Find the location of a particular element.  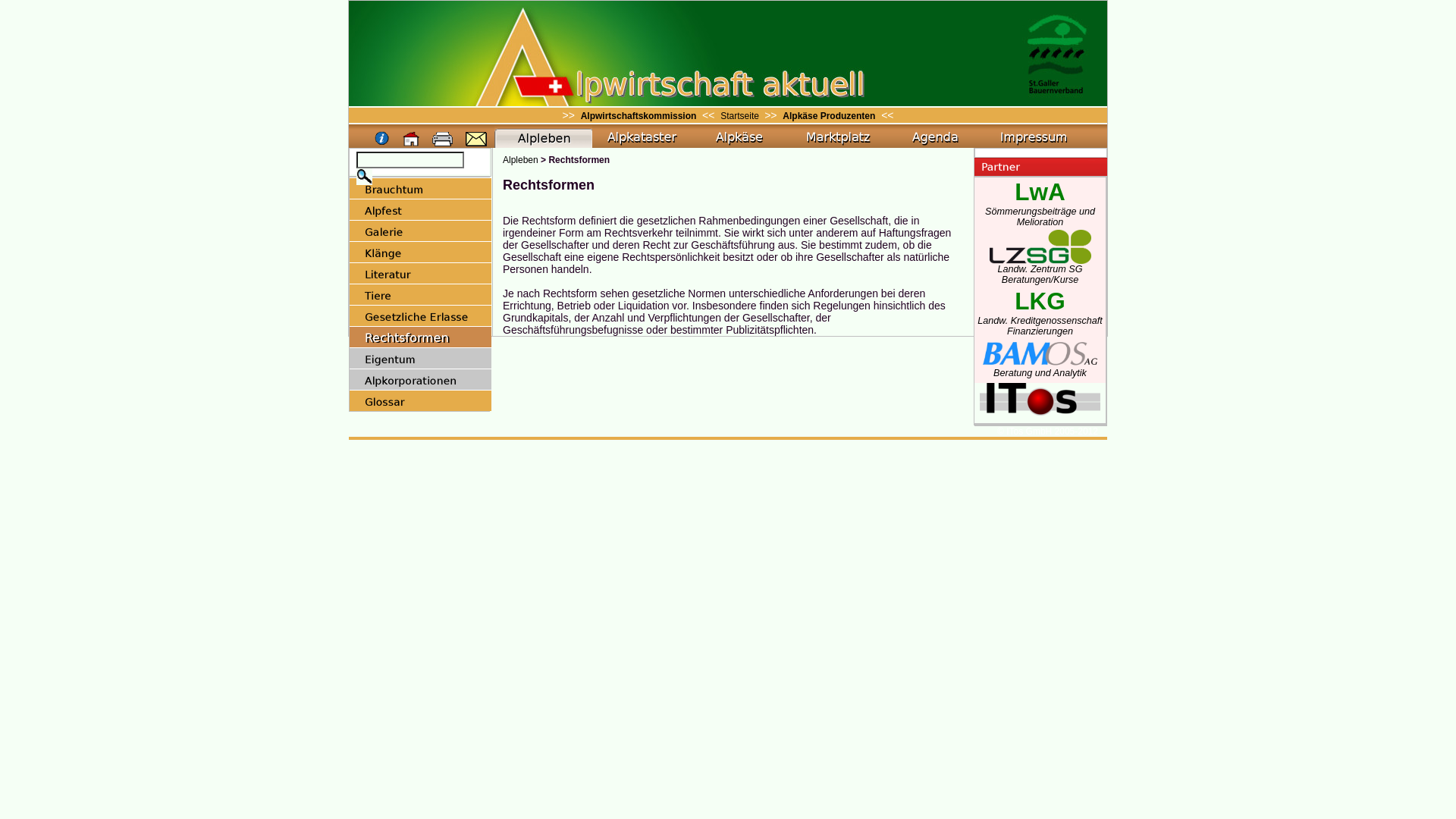

'Landw. Zentrum SG Beratungen/Kurse' is located at coordinates (1039, 269).